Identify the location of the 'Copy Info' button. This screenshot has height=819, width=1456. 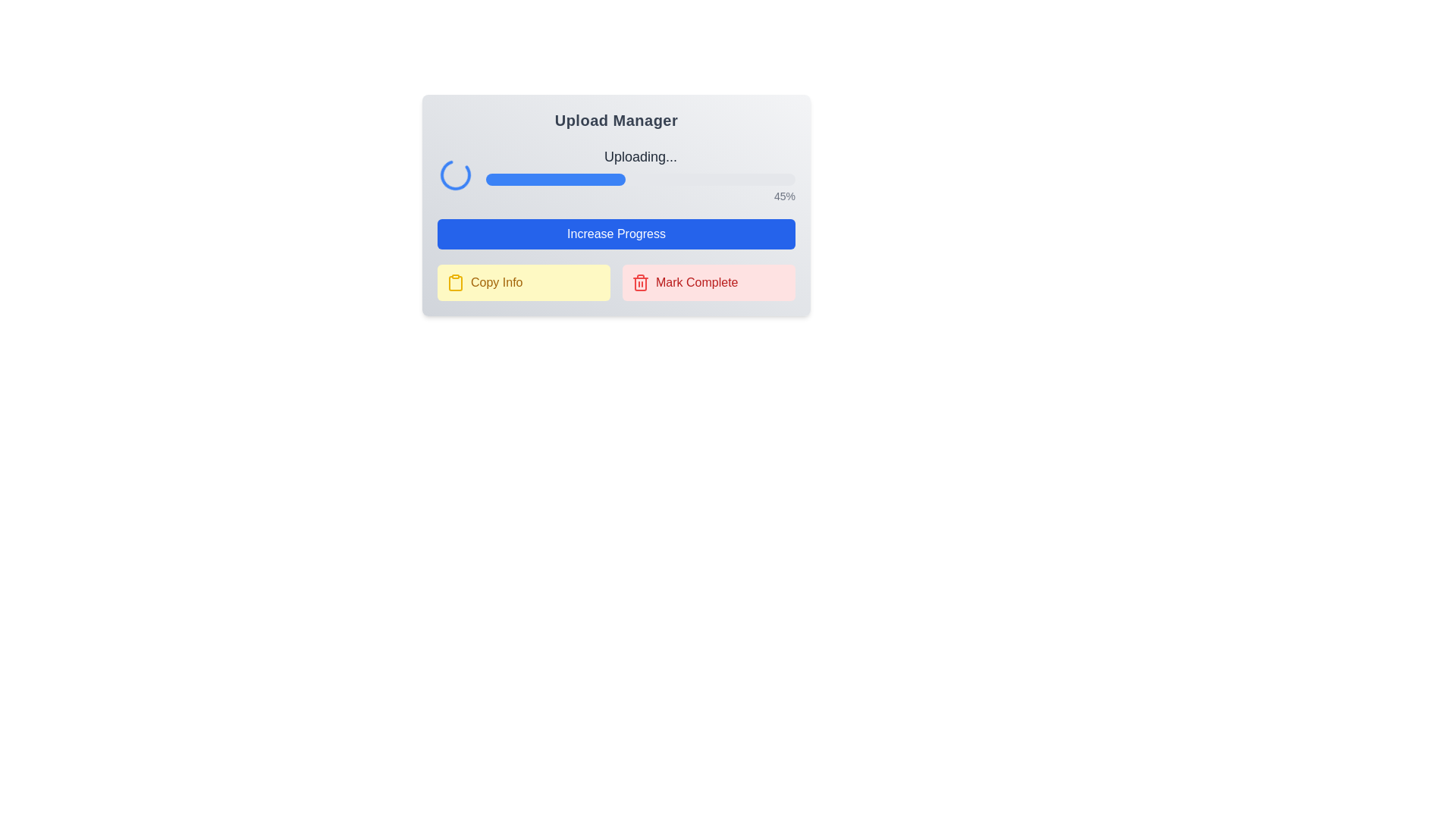
(524, 283).